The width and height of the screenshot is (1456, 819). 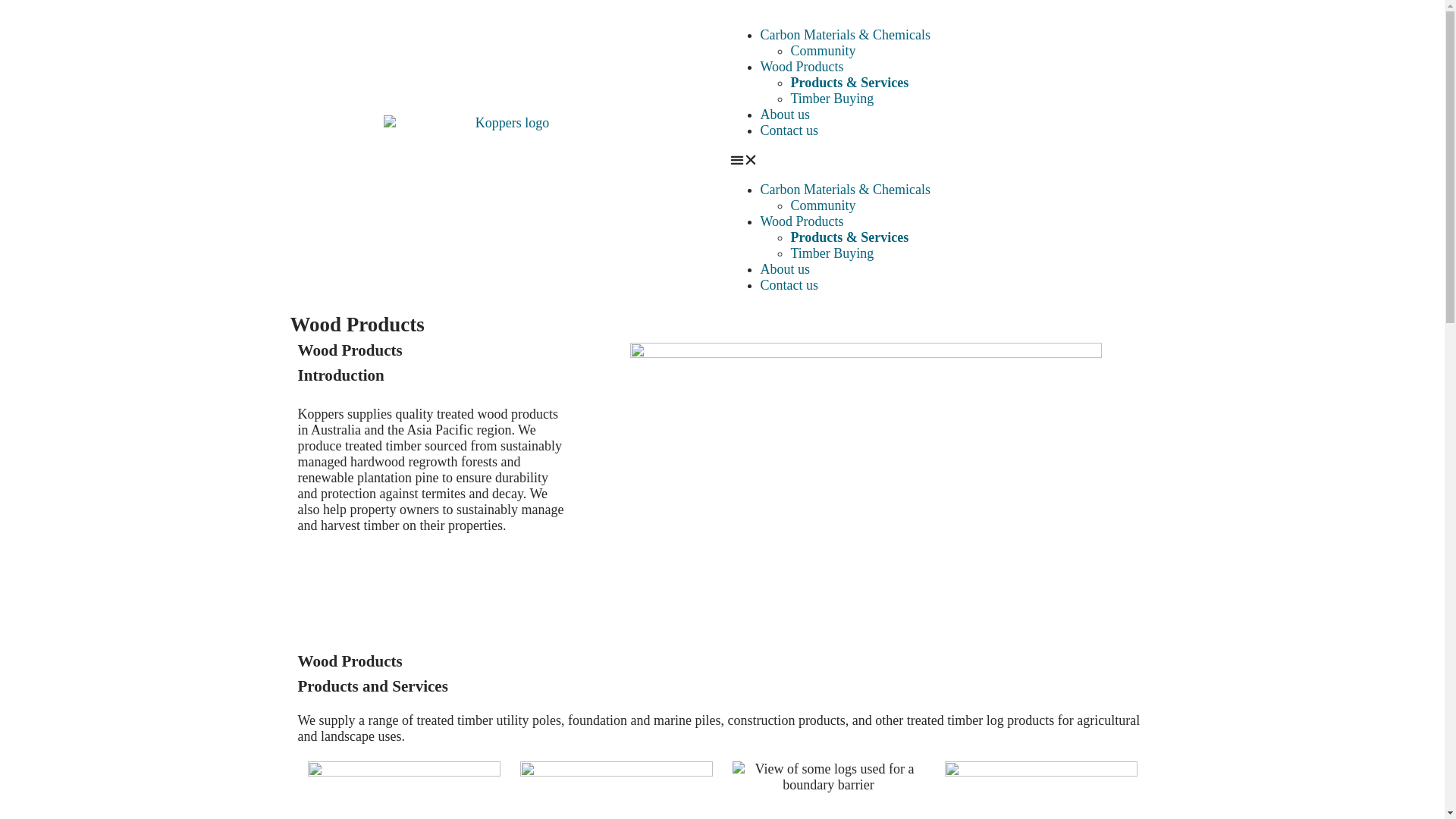 What do you see at coordinates (848, 237) in the screenshot?
I see `'Products & Services'` at bounding box center [848, 237].